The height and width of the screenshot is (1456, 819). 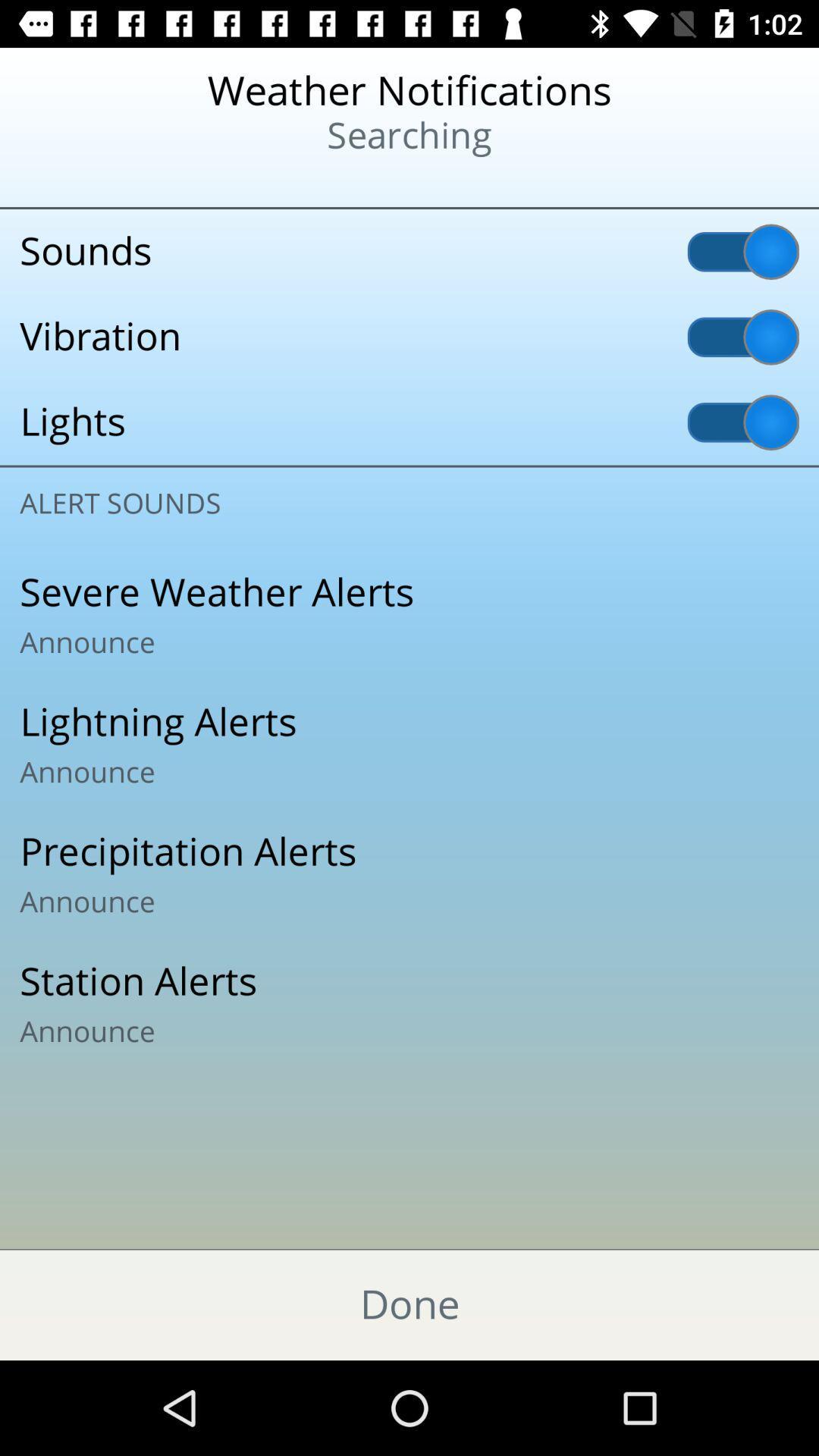 What do you see at coordinates (99, 182) in the screenshot?
I see `the item next to searching item` at bounding box center [99, 182].